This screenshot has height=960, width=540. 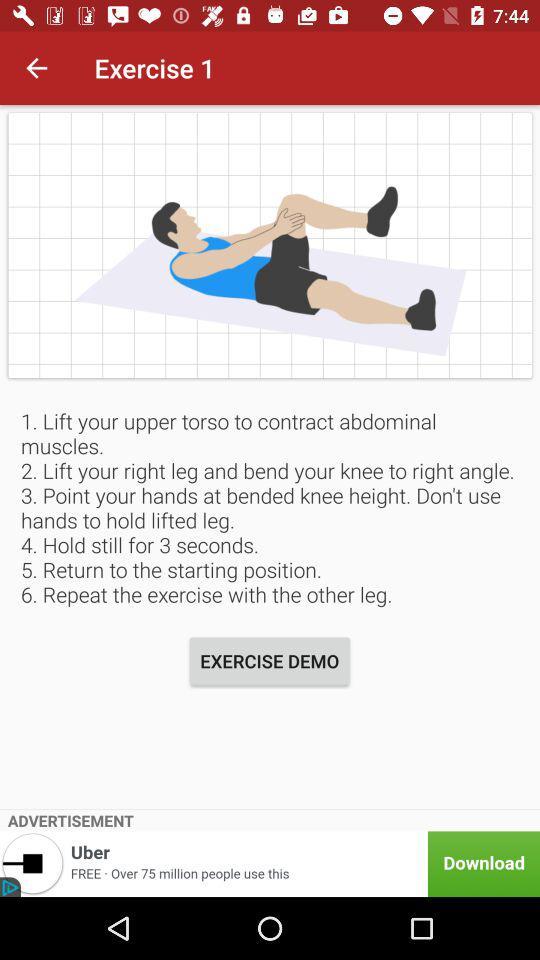 What do you see at coordinates (270, 863) in the screenshot?
I see `advertisement` at bounding box center [270, 863].